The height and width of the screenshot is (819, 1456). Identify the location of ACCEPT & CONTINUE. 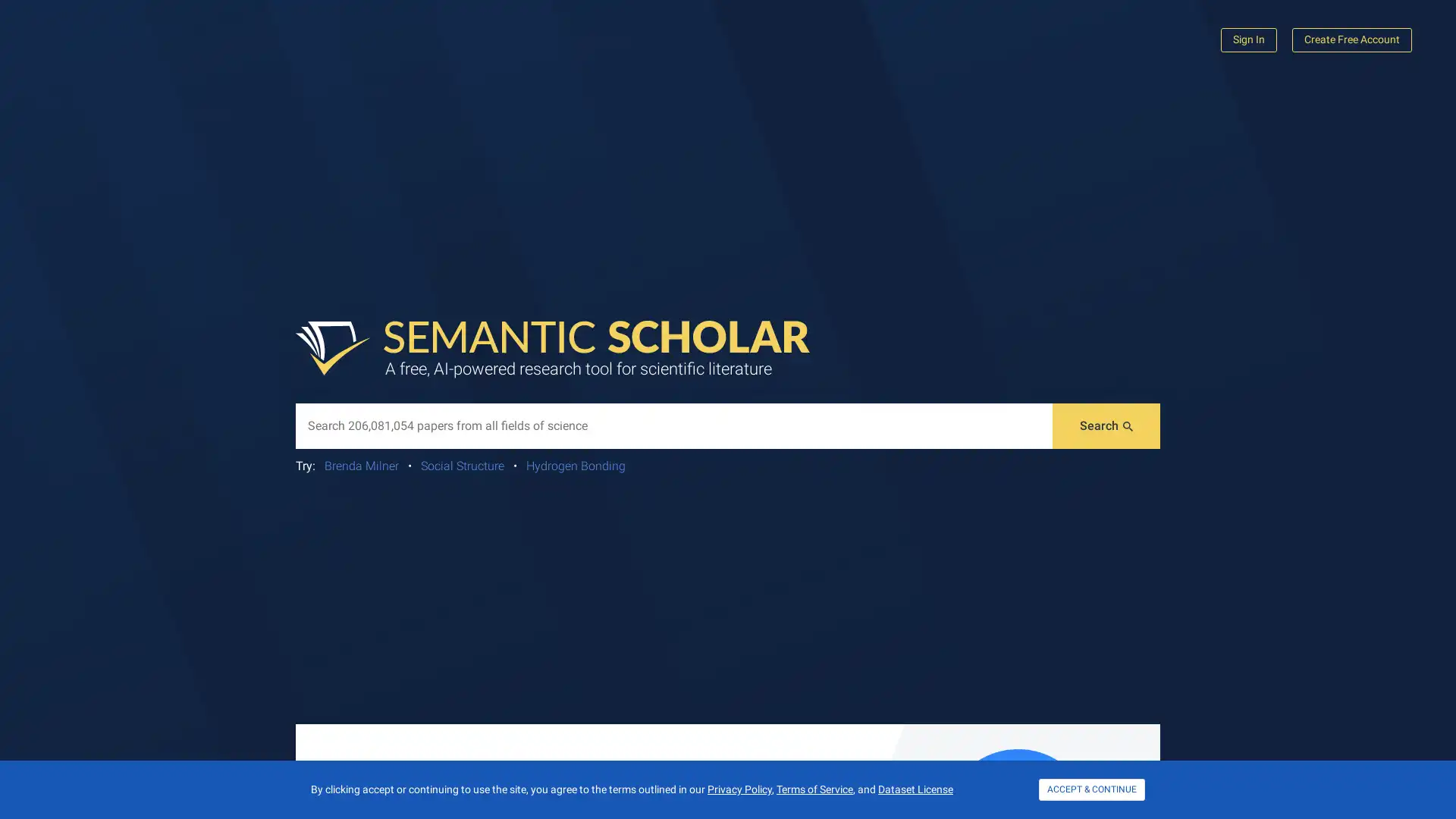
(1092, 789).